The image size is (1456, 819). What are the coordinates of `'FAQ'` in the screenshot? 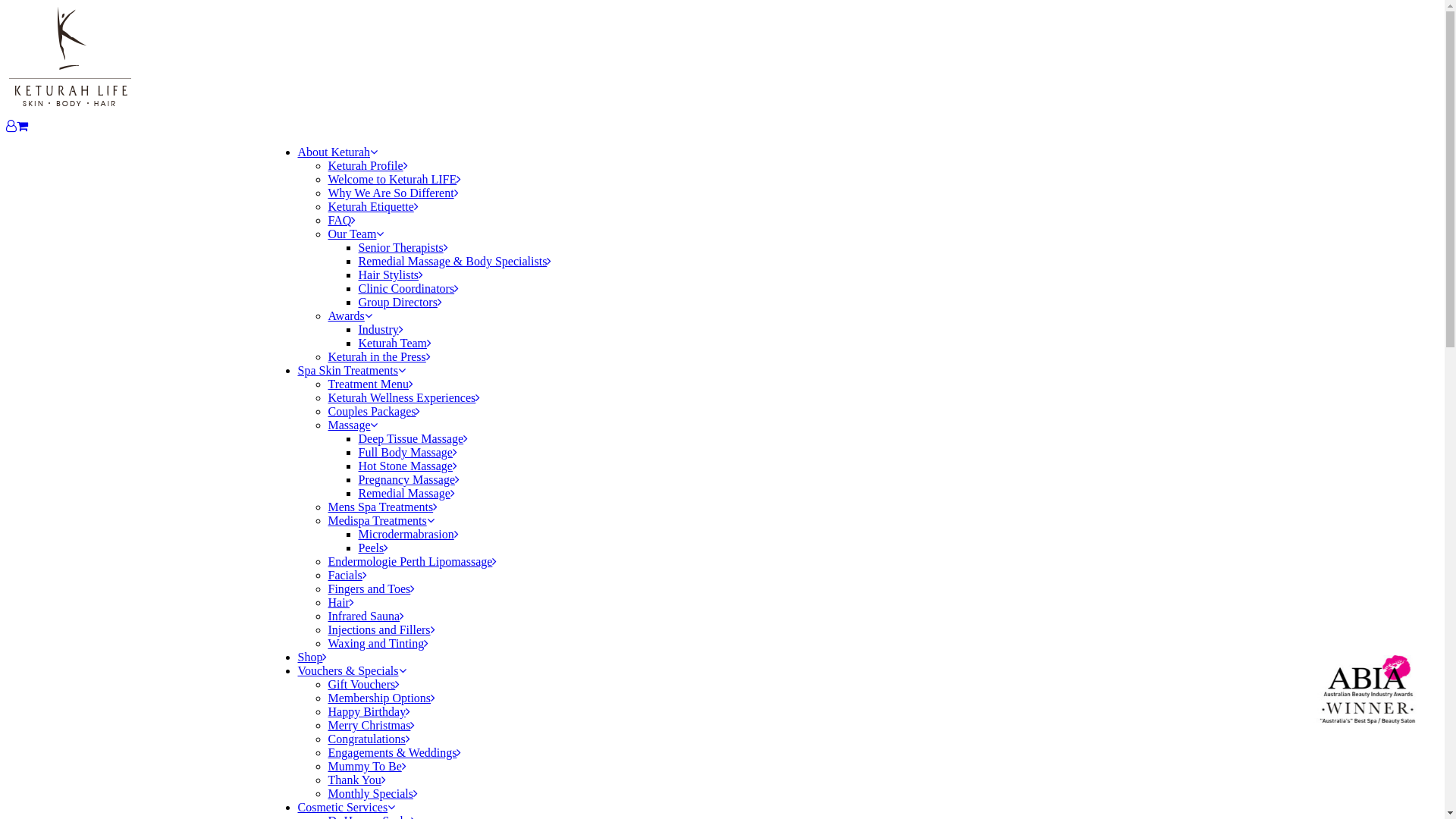 It's located at (340, 220).